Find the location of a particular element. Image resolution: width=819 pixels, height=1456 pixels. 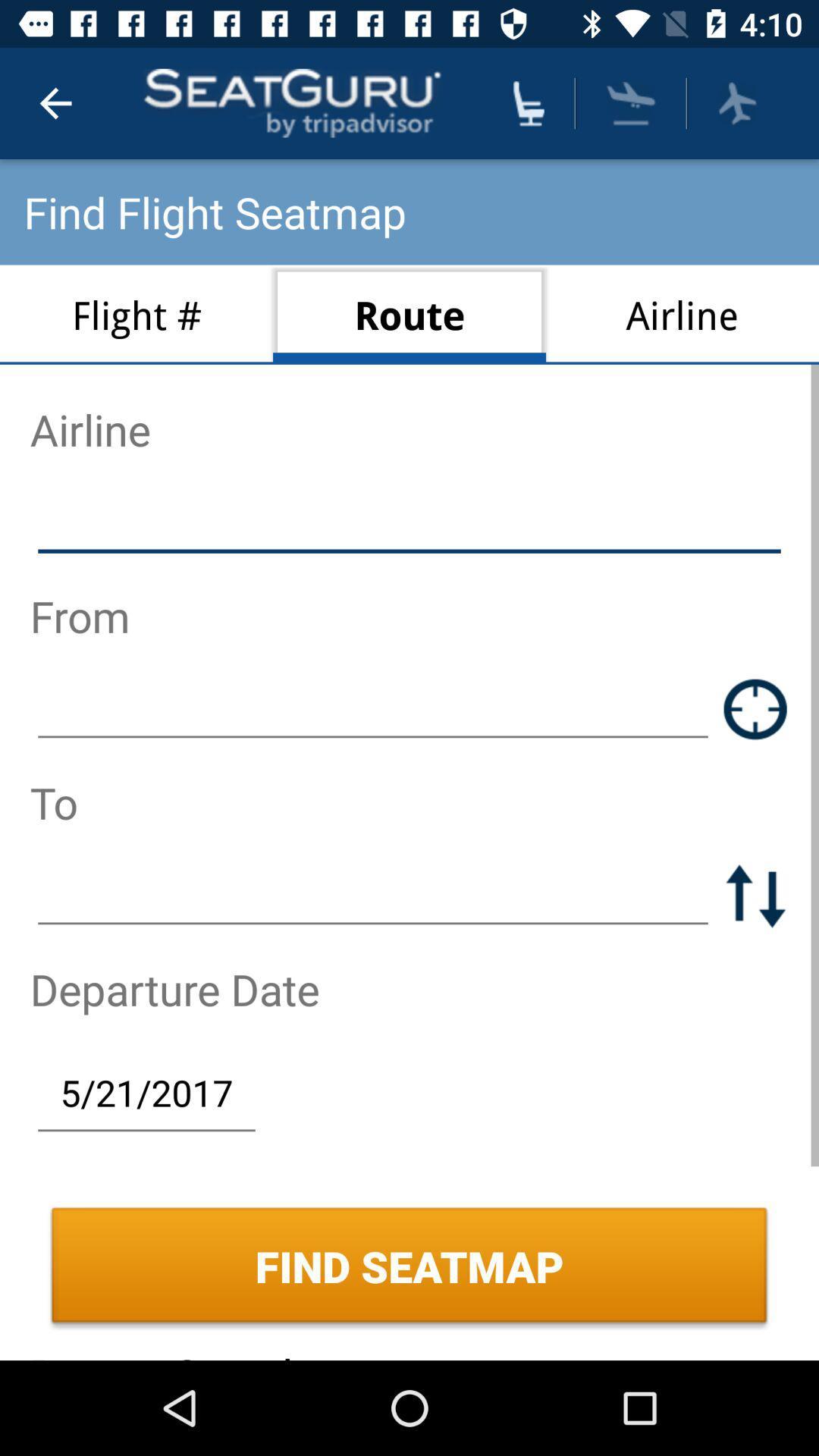

the 5/21/2017 icon is located at coordinates (146, 1092).